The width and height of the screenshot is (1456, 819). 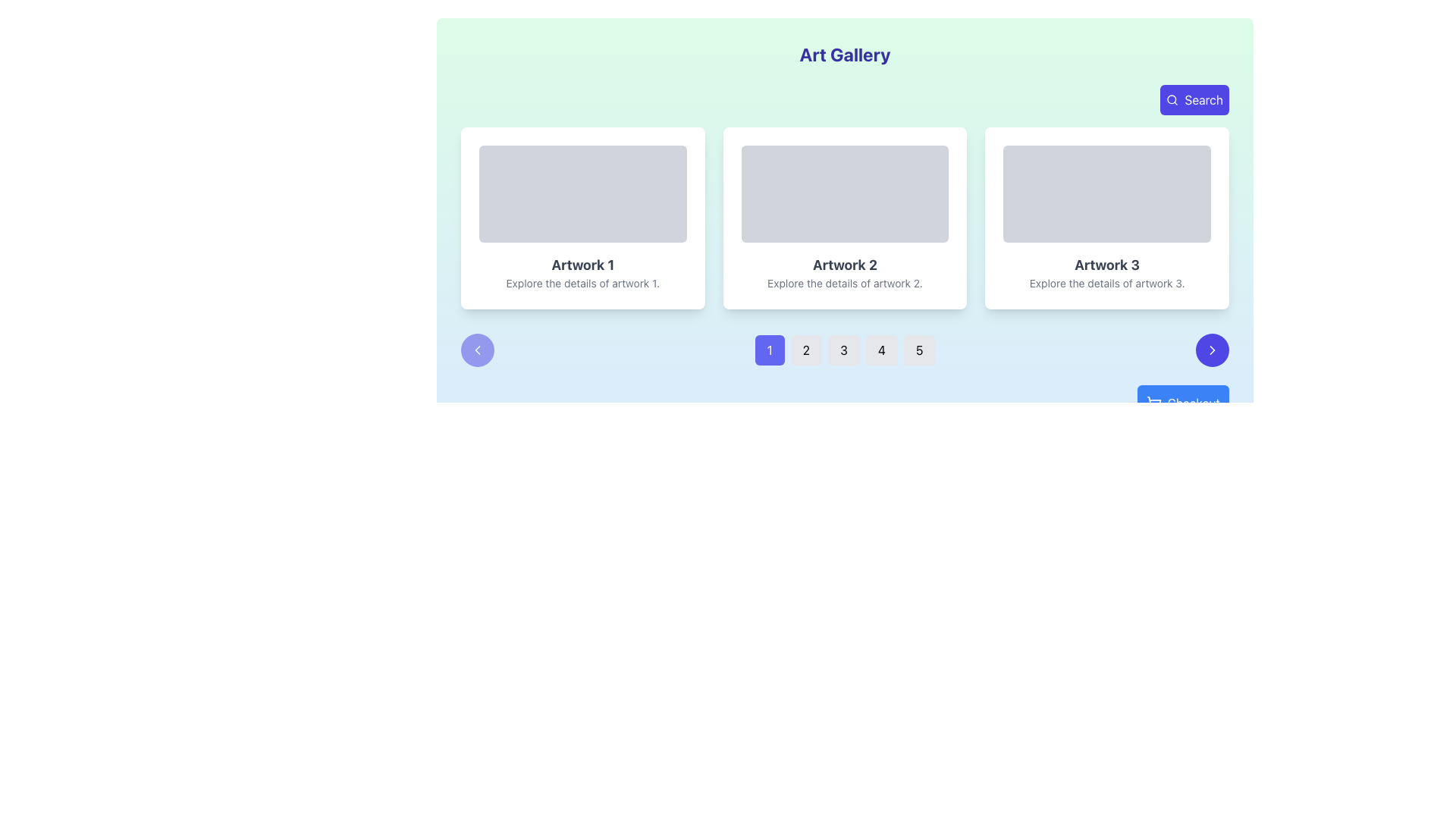 What do you see at coordinates (1107, 284) in the screenshot?
I see `the text element that reads 'Explore the details of artwork 3', which is located below the heading 'Artwork 3' in gray font style` at bounding box center [1107, 284].